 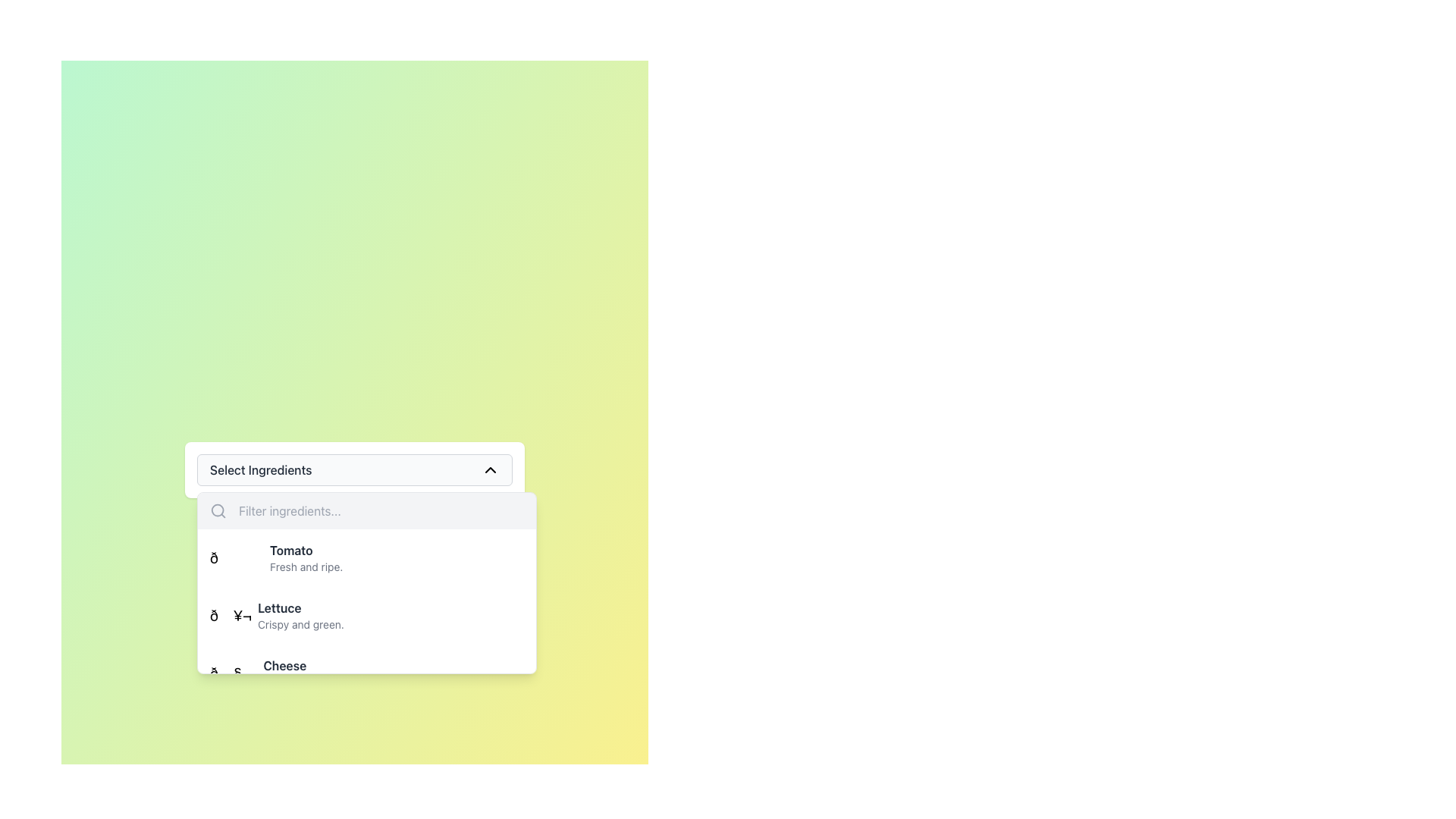 What do you see at coordinates (313, 681) in the screenshot?
I see `the label displaying 'Creamy and smooth.' which is located below the 'Cheese' title in the dropdown menu` at bounding box center [313, 681].